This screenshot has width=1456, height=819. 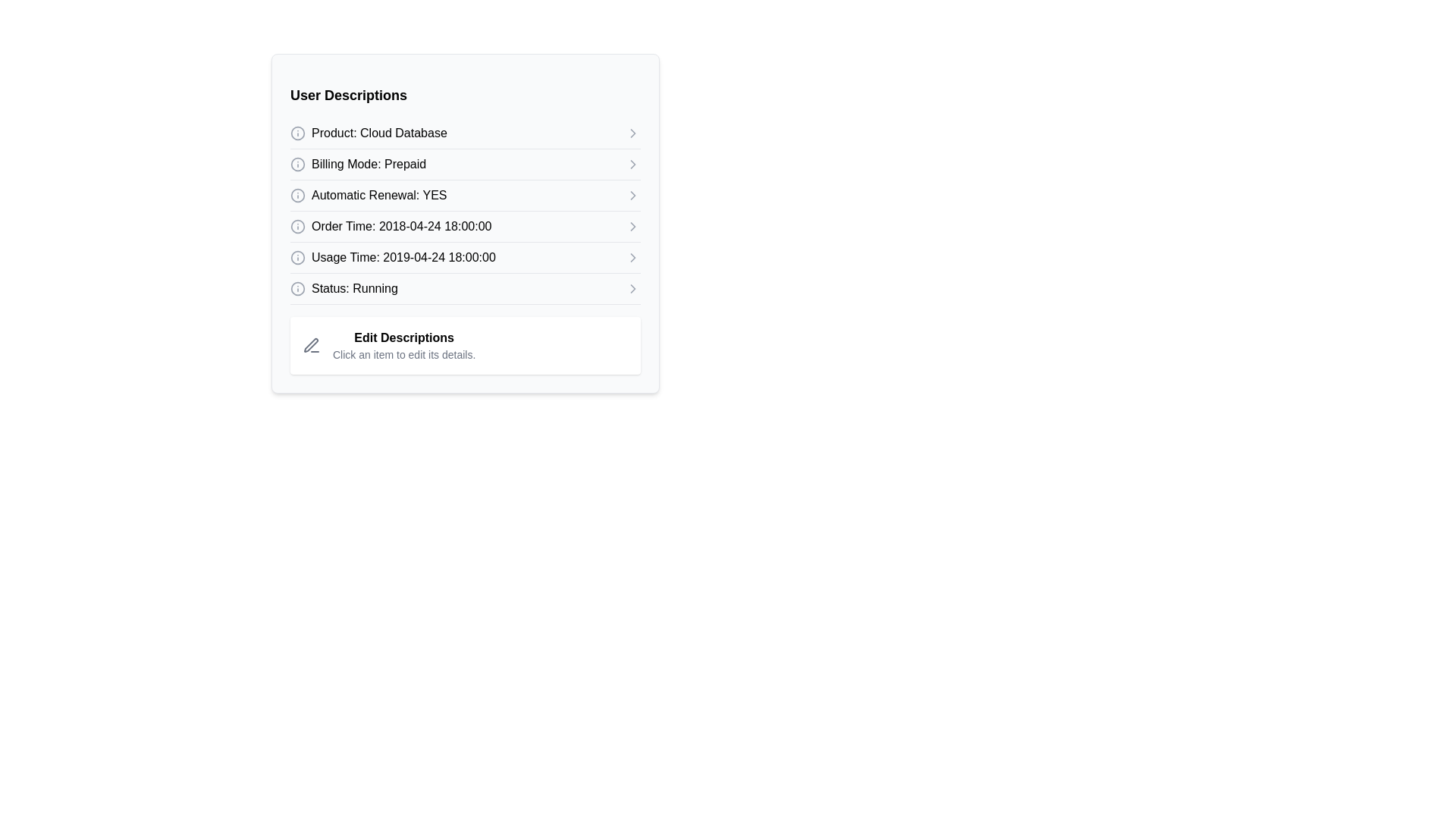 I want to click on the labeled navigation entry displaying 'Running', so click(x=465, y=289).